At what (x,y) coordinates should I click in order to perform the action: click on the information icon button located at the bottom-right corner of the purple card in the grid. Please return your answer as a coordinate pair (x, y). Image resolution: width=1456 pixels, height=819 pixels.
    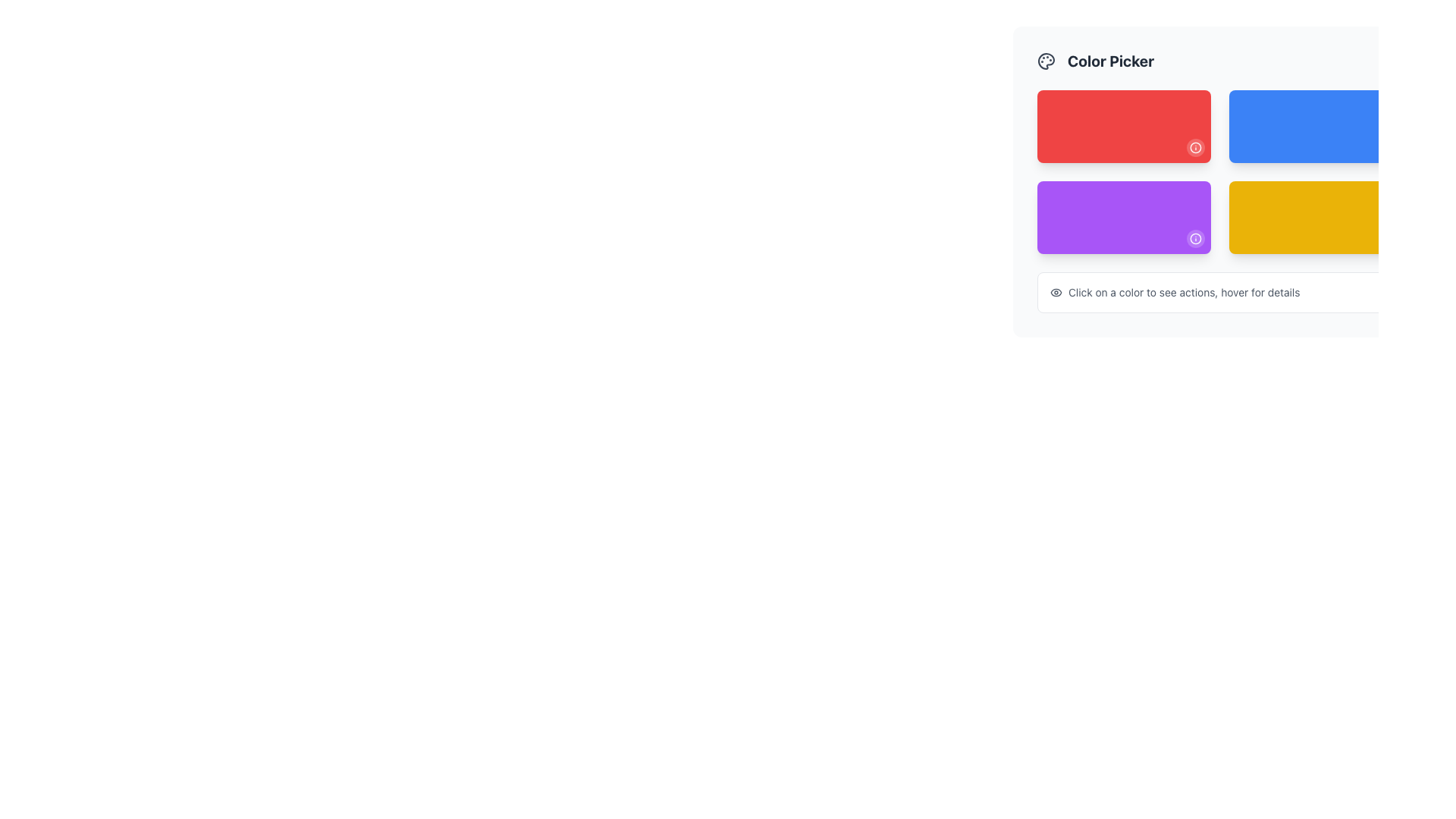
    Looking at the image, I should click on (1195, 239).